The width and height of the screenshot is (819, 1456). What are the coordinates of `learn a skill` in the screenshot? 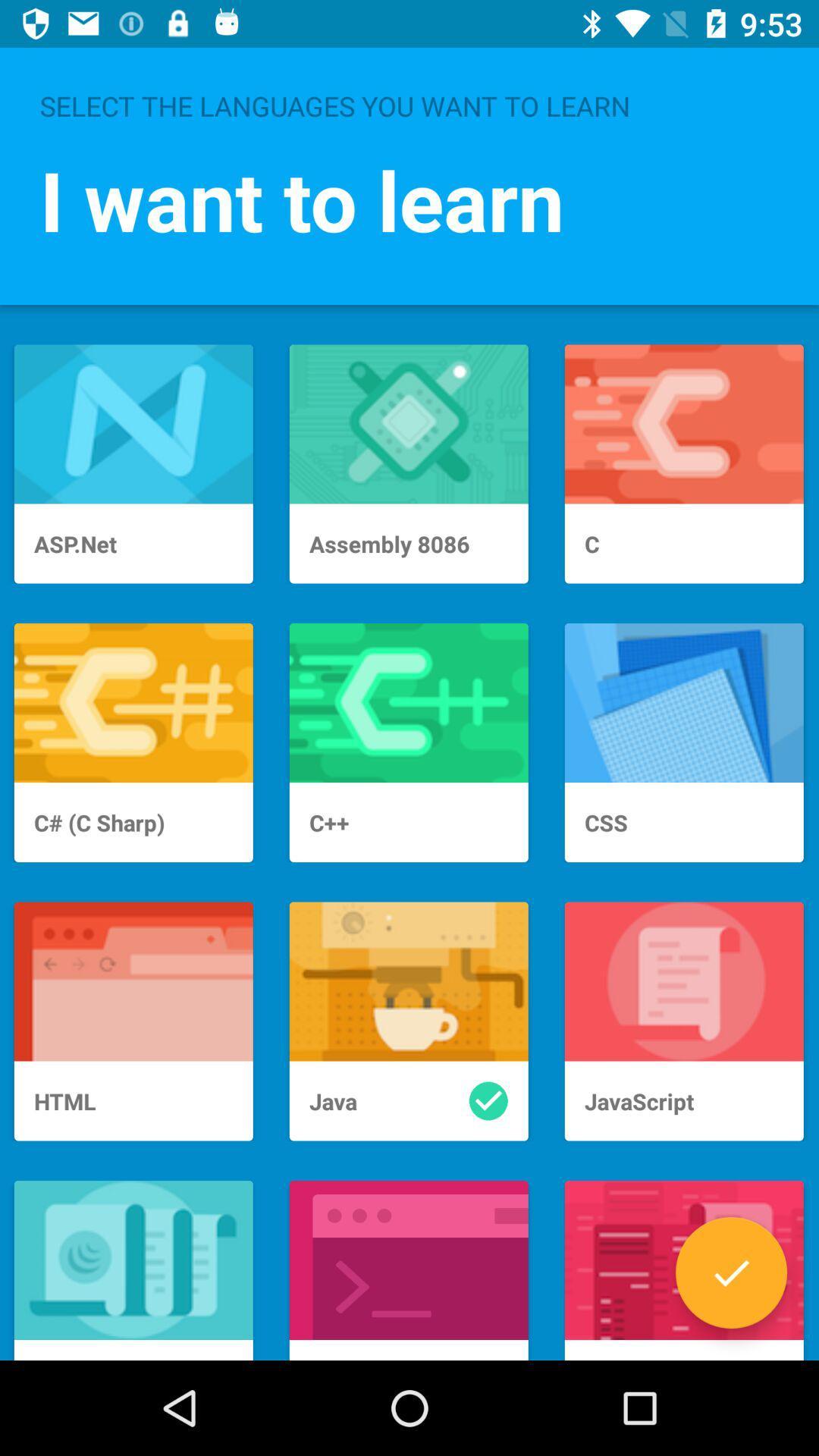 It's located at (730, 1272).